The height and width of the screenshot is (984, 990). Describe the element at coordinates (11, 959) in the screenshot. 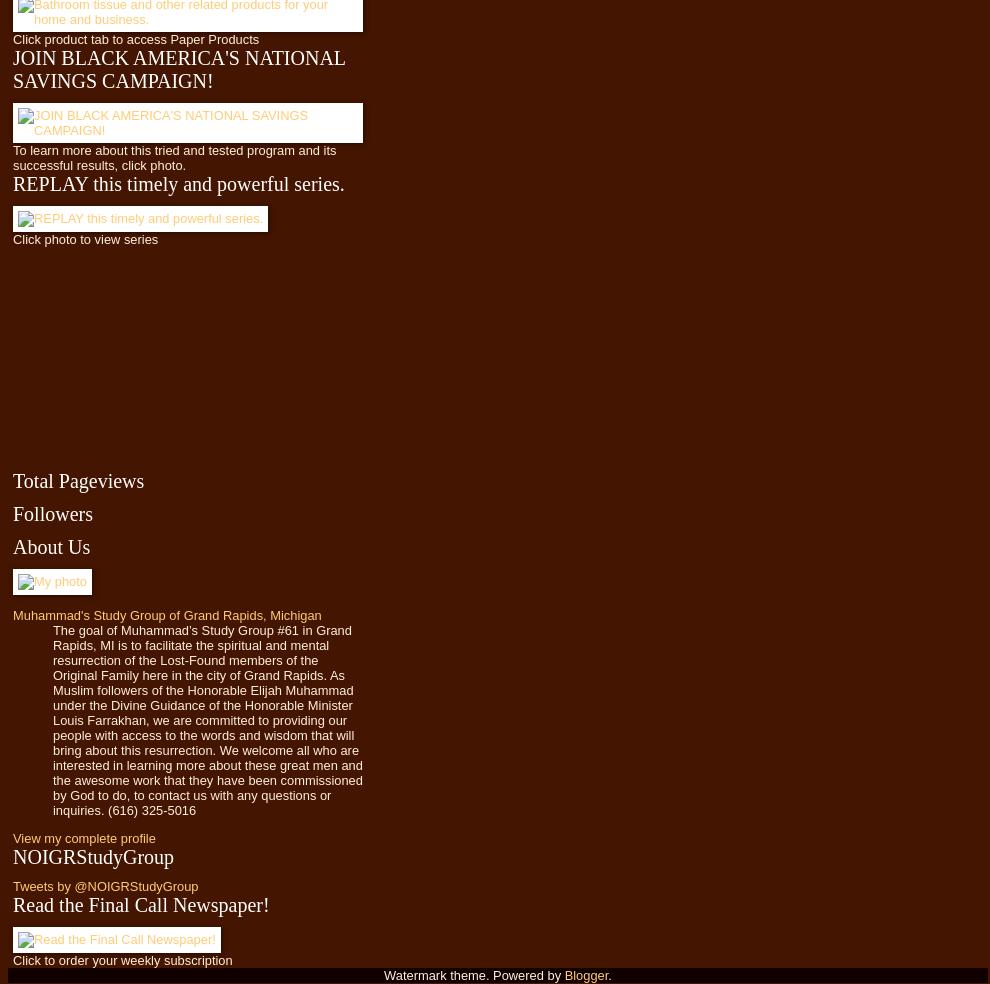

I see `'Click to order your weekly subscription'` at that location.